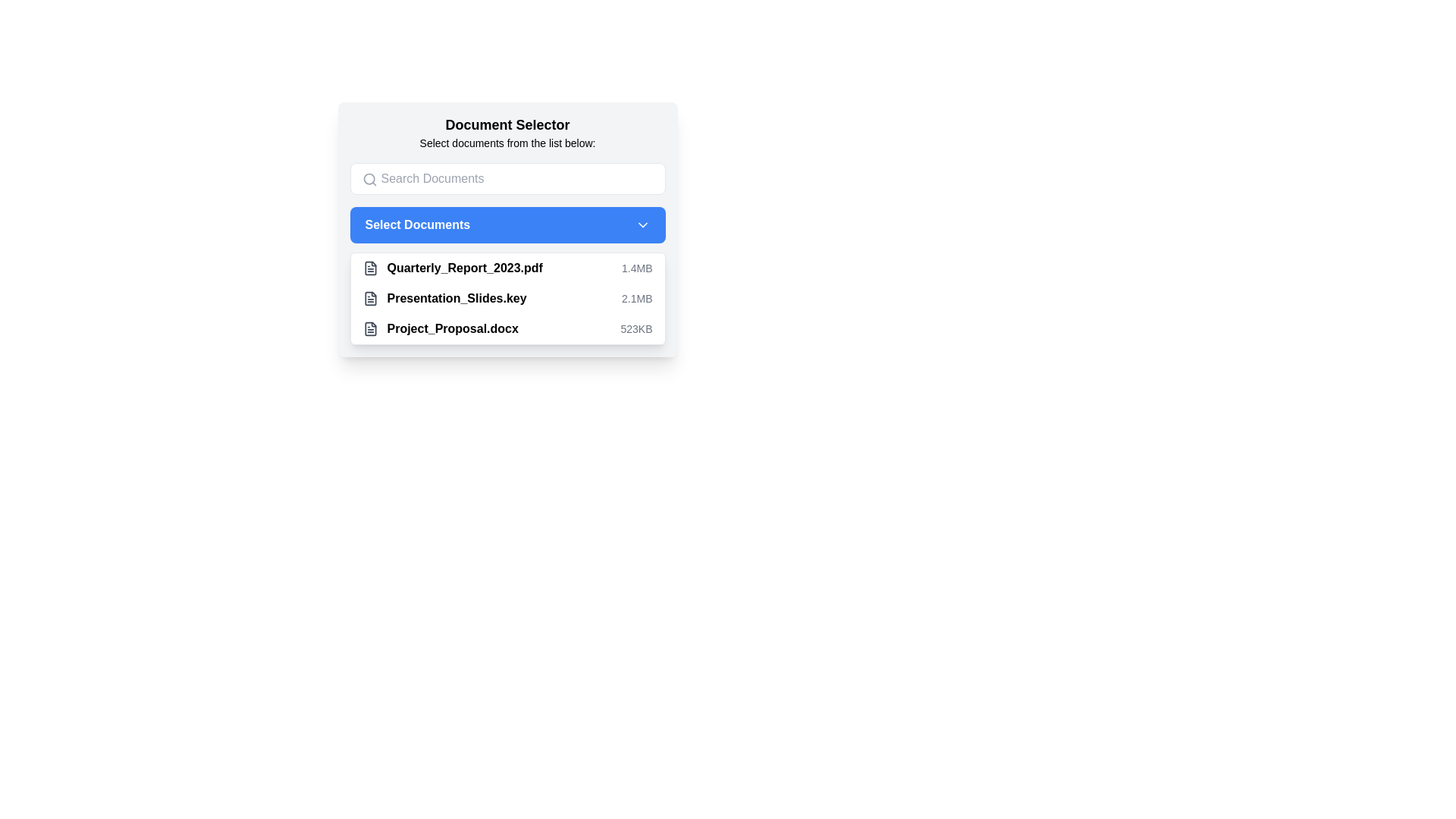 The image size is (1456, 819). I want to click on the search icon located inside the search bar, which signifies the search functionality for the input field, so click(369, 178).